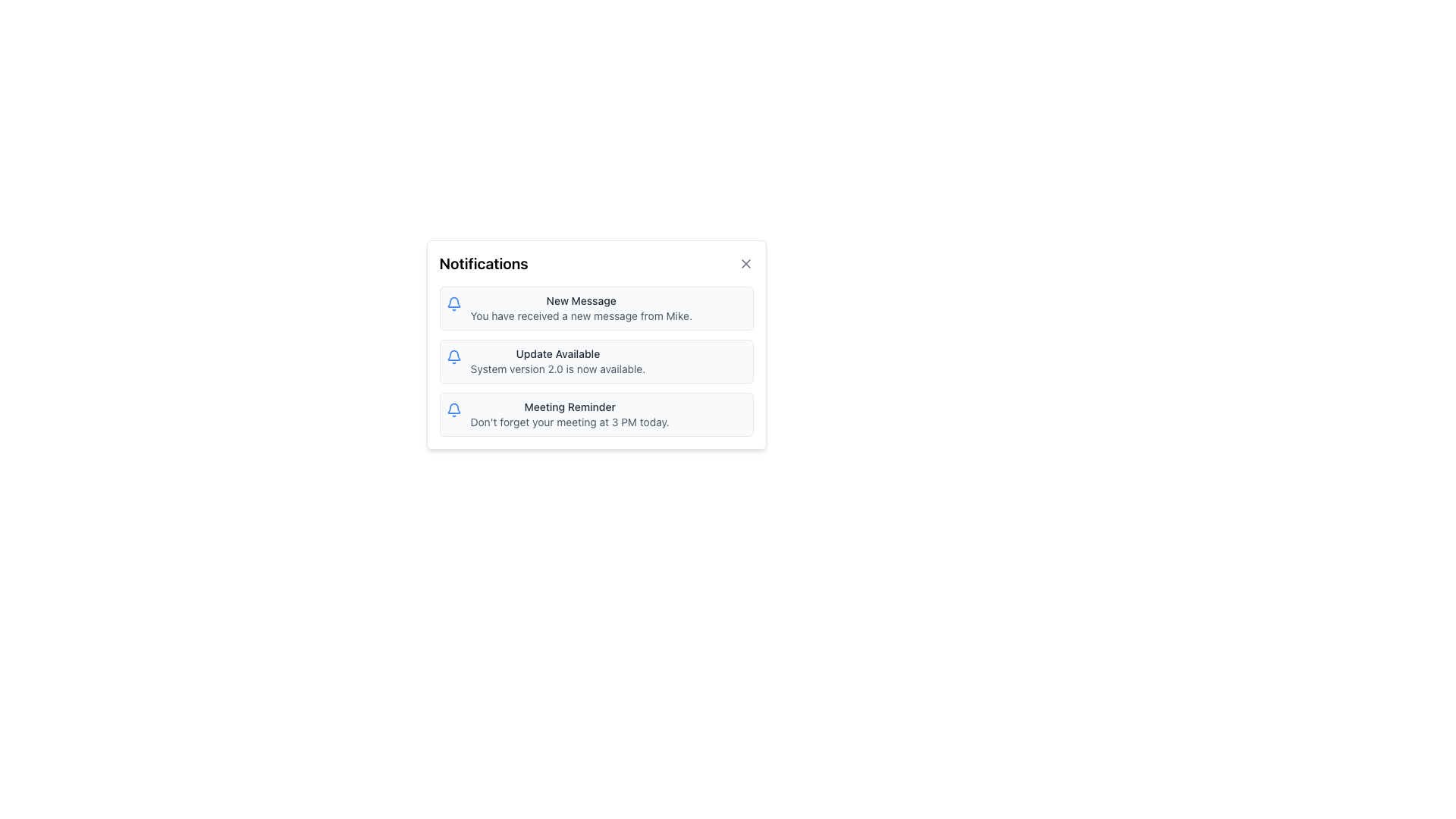 The height and width of the screenshot is (819, 1456). I want to click on the 'Meeting Reminder' notification card, which is the third card in the list, featuring a light gray background and a blue bell icon, so click(595, 415).